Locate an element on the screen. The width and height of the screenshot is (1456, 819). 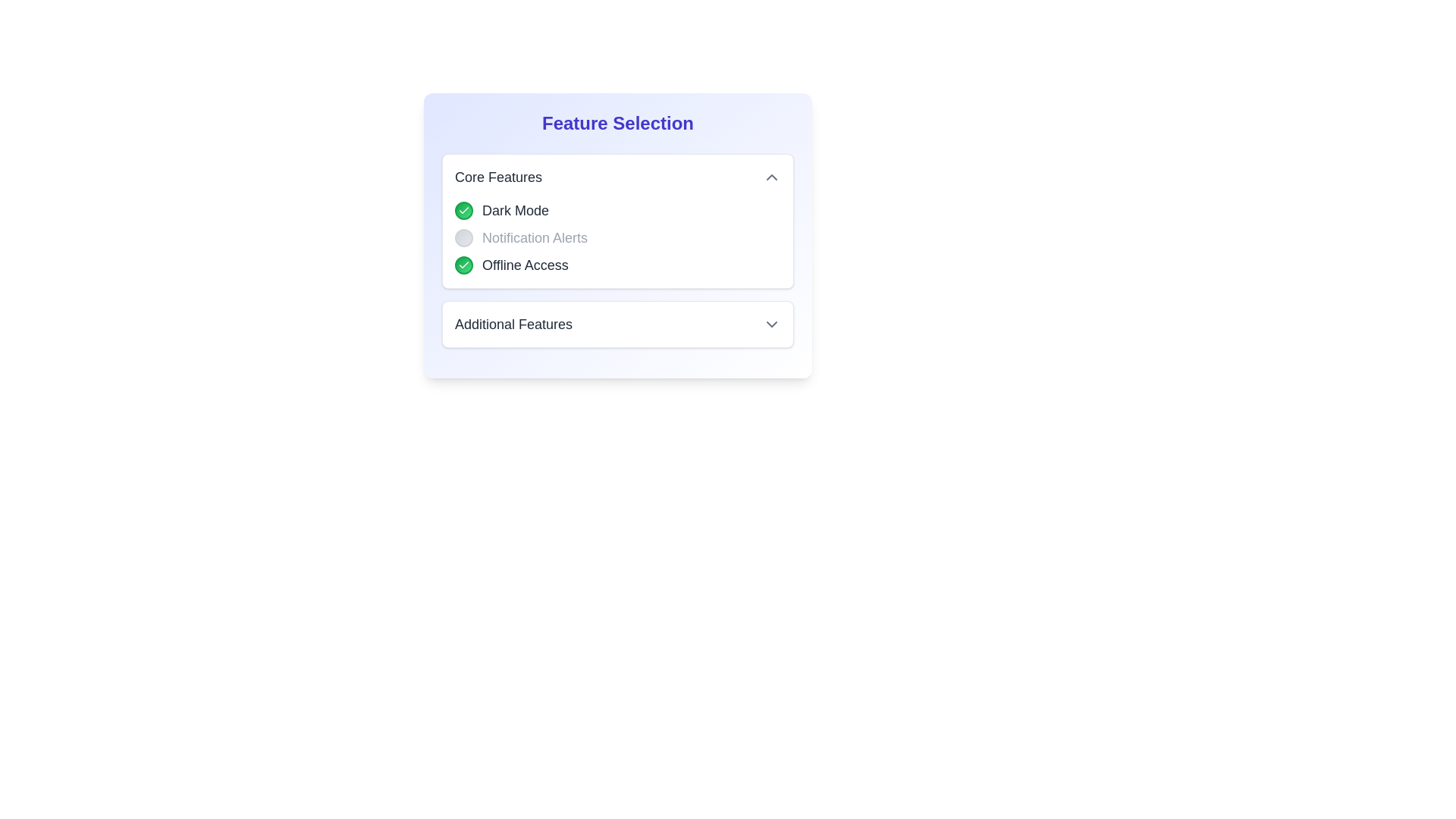
text label that serves as a heading for the expandable section in the 'Feature Selection' box, located at the bottom of the box and centrally aligned with a chevron-down icon on its right is located at coordinates (513, 324).